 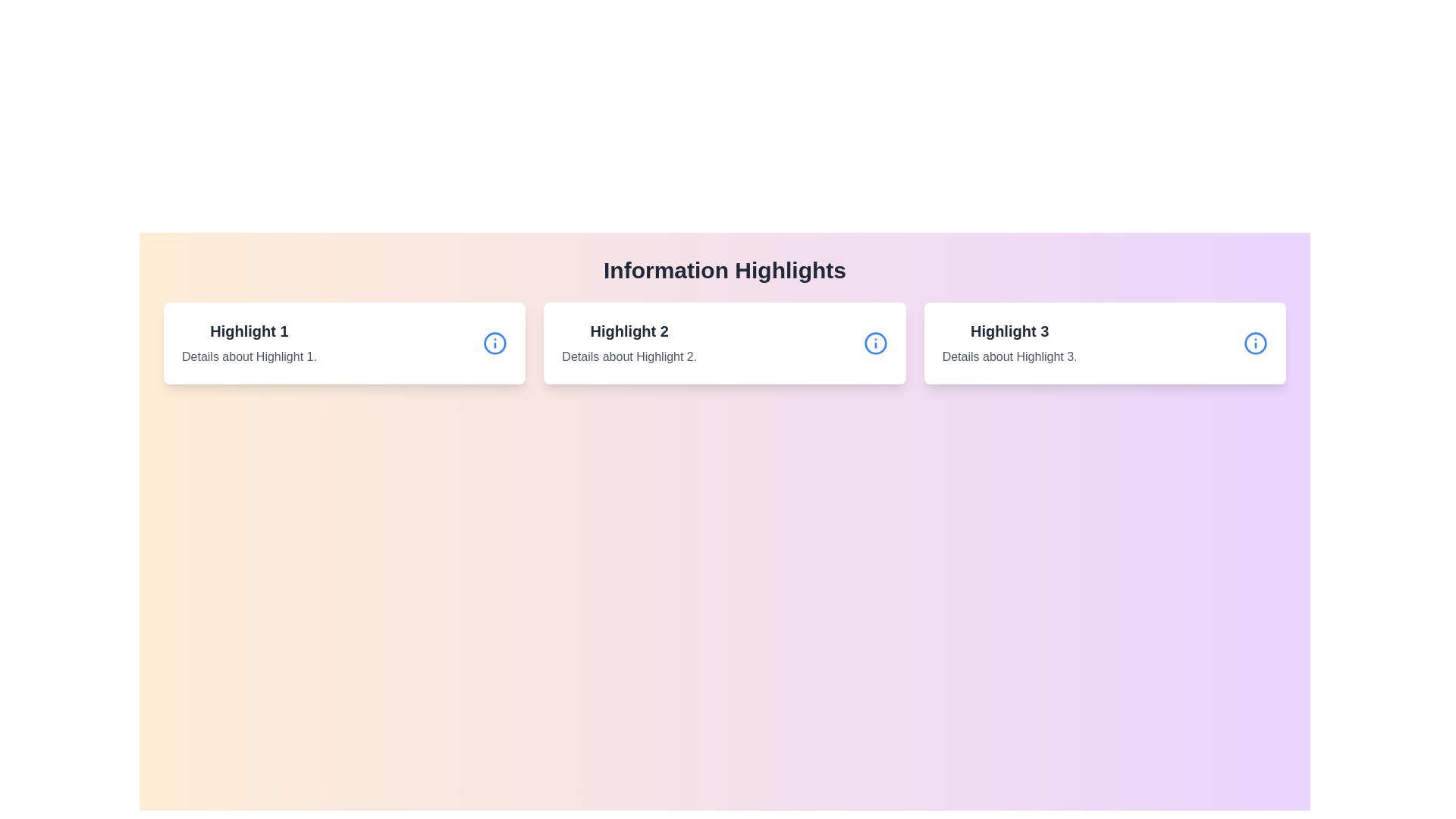 I want to click on the text block labeled 'Highlight 1' which contains details about it, positioned in the first card of the series, so click(x=249, y=343).